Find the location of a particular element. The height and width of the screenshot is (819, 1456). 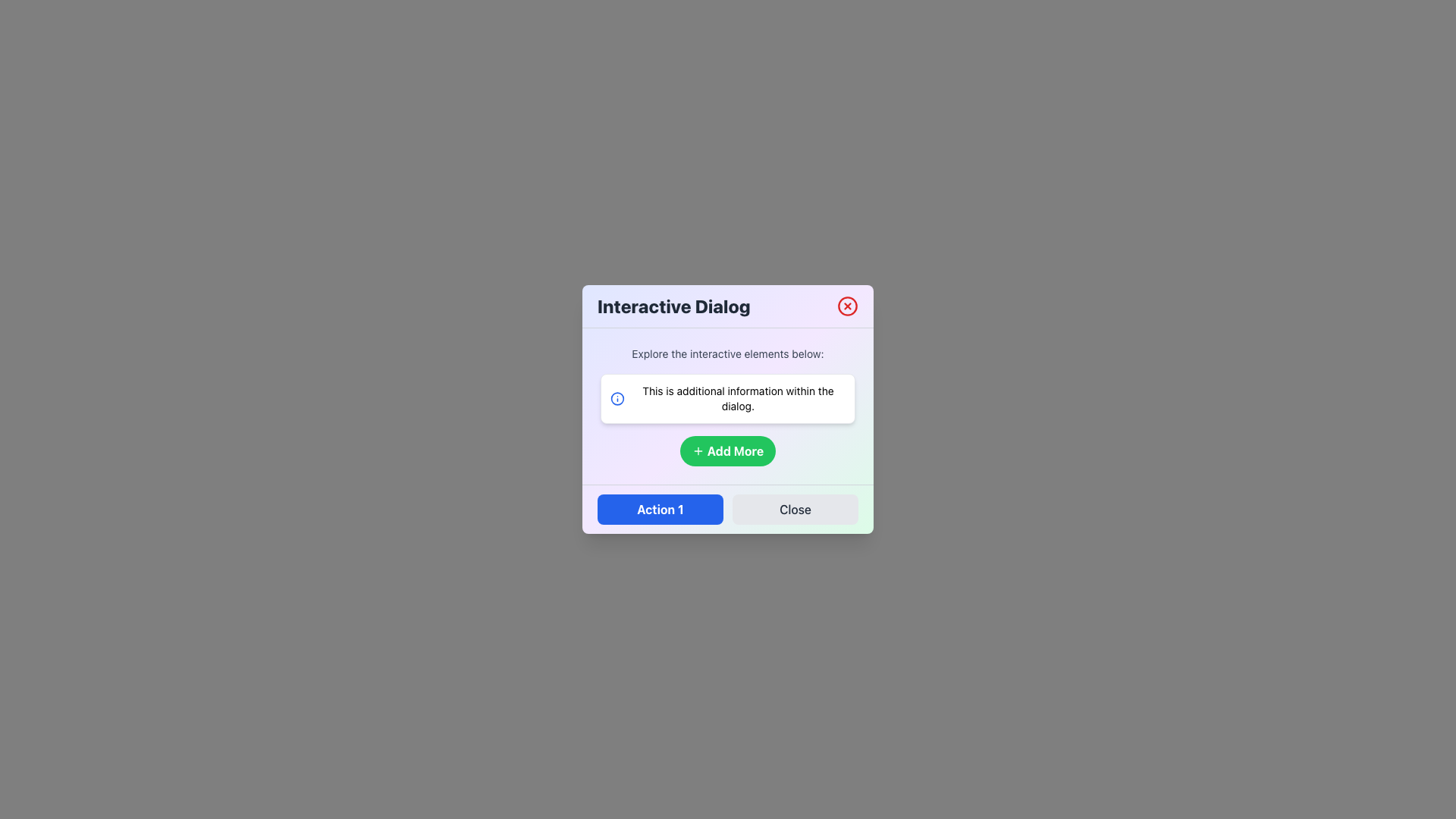

the 'Add More' button is located at coordinates (735, 450).